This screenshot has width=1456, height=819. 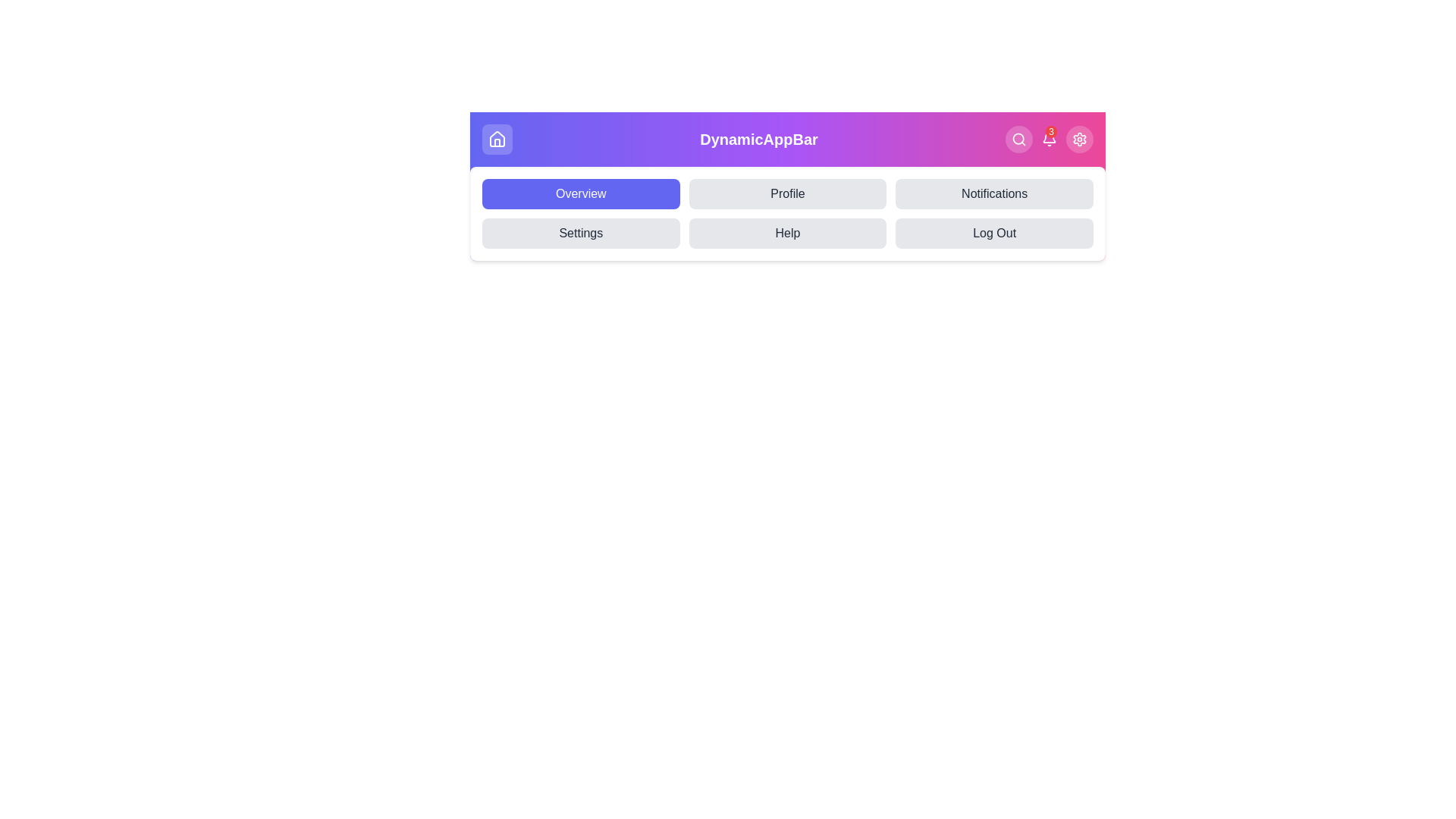 What do you see at coordinates (497, 140) in the screenshot?
I see `the home button to toggle the navigation menu` at bounding box center [497, 140].